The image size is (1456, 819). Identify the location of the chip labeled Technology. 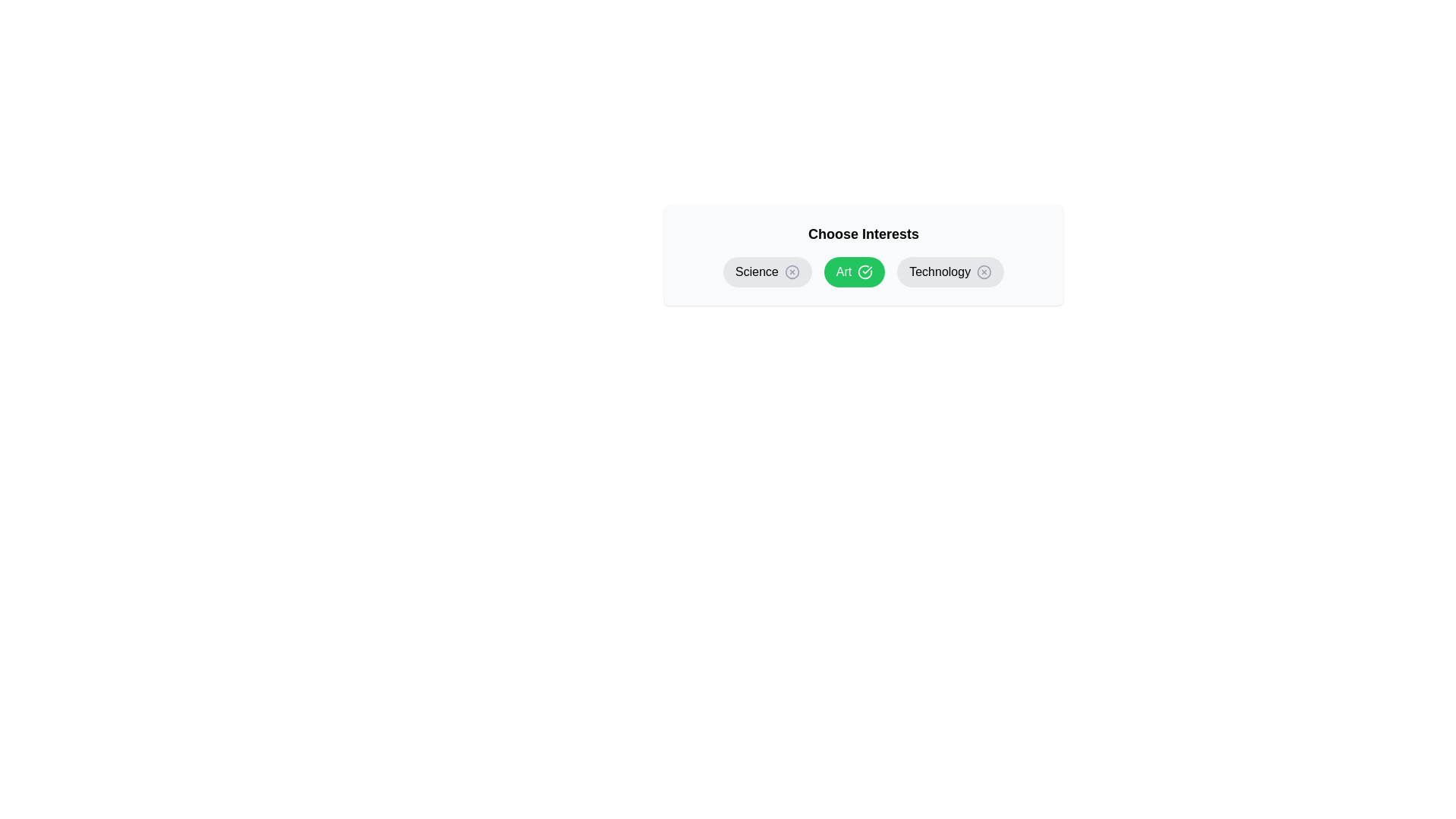
(949, 271).